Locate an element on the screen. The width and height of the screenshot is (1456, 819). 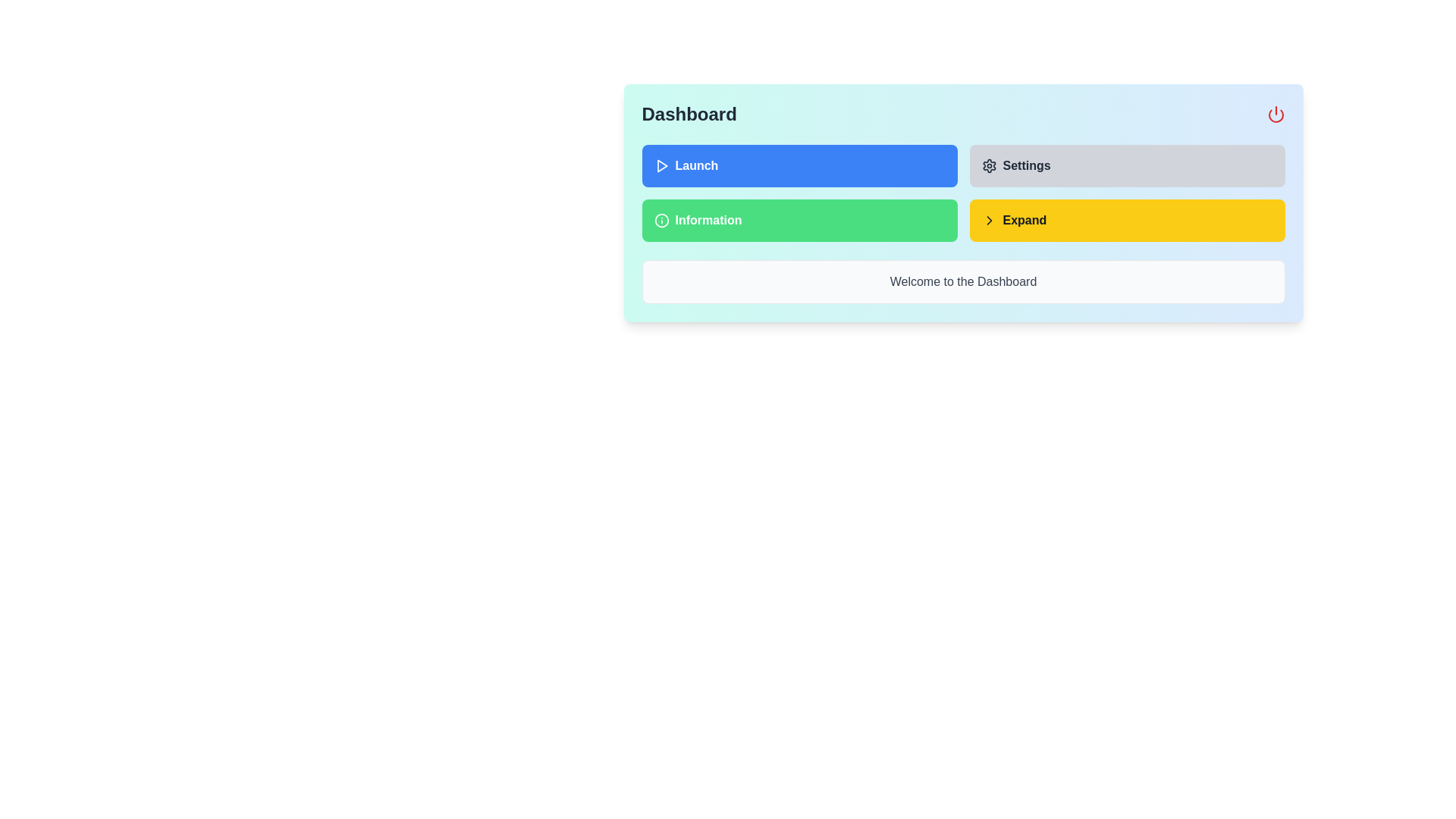
the icon located on the right side of the yellow button labeled 'Expand' is located at coordinates (989, 220).